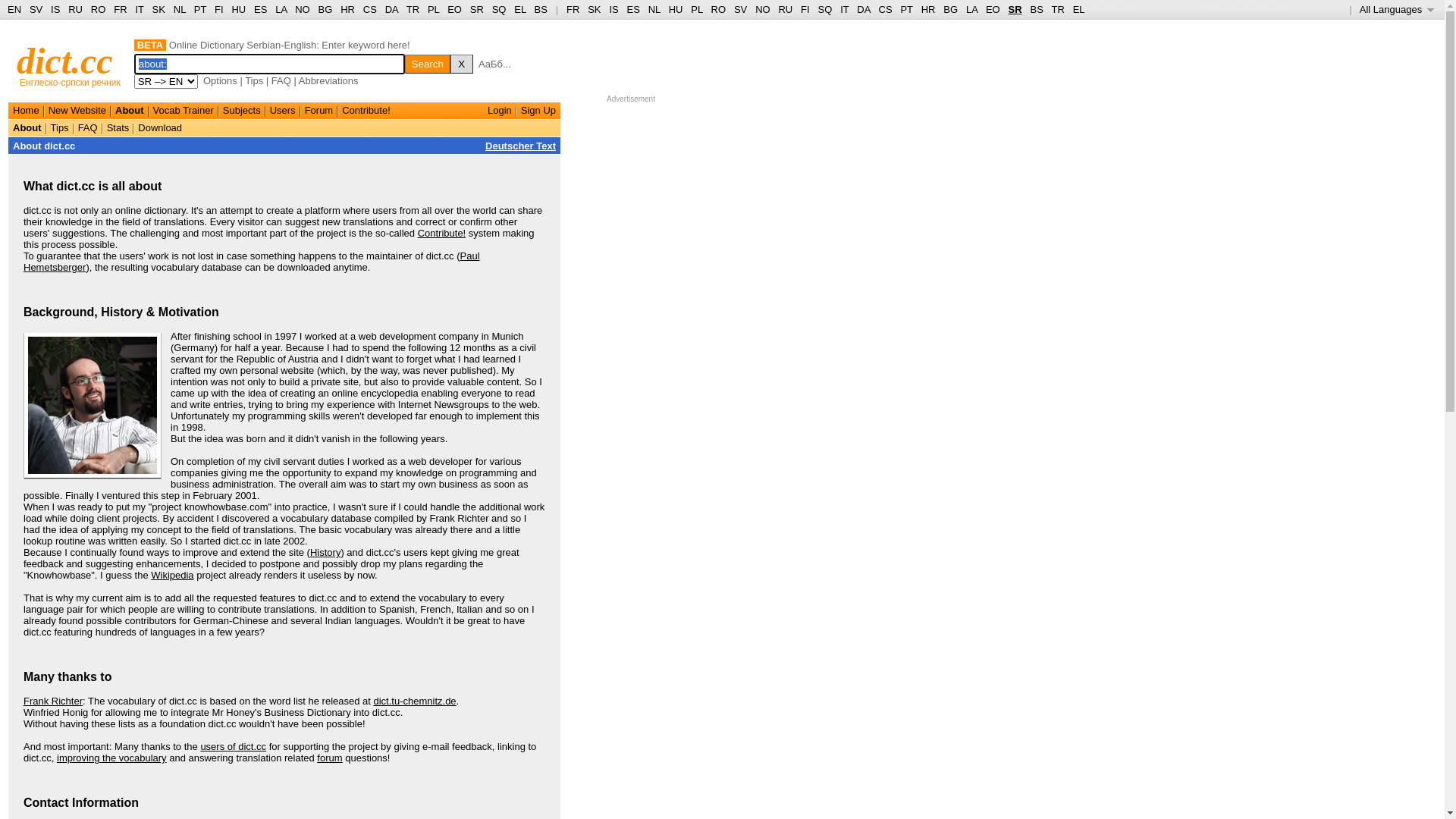 The image size is (1456, 819). What do you see at coordinates (593, 9) in the screenshot?
I see `'SK'` at bounding box center [593, 9].